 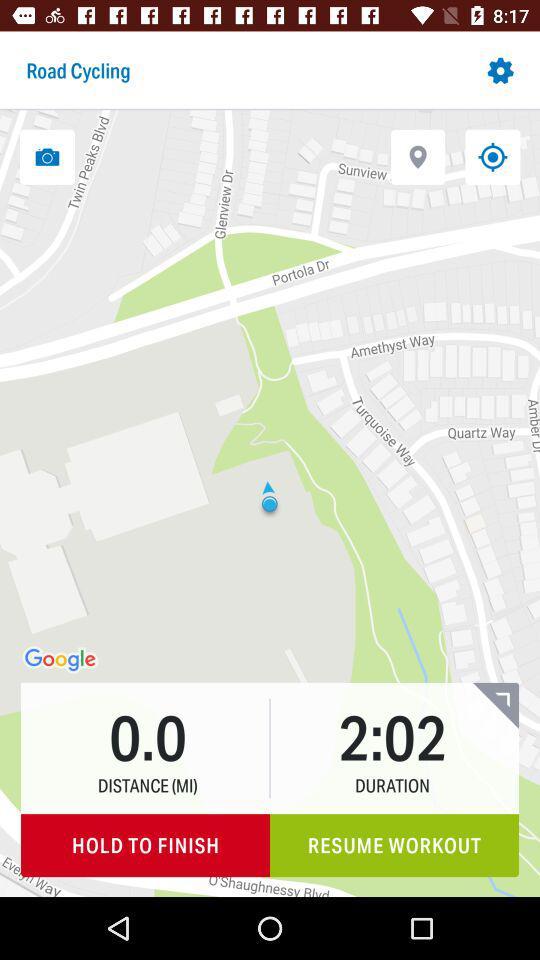 What do you see at coordinates (494, 639) in the screenshot?
I see `the avatar icon` at bounding box center [494, 639].